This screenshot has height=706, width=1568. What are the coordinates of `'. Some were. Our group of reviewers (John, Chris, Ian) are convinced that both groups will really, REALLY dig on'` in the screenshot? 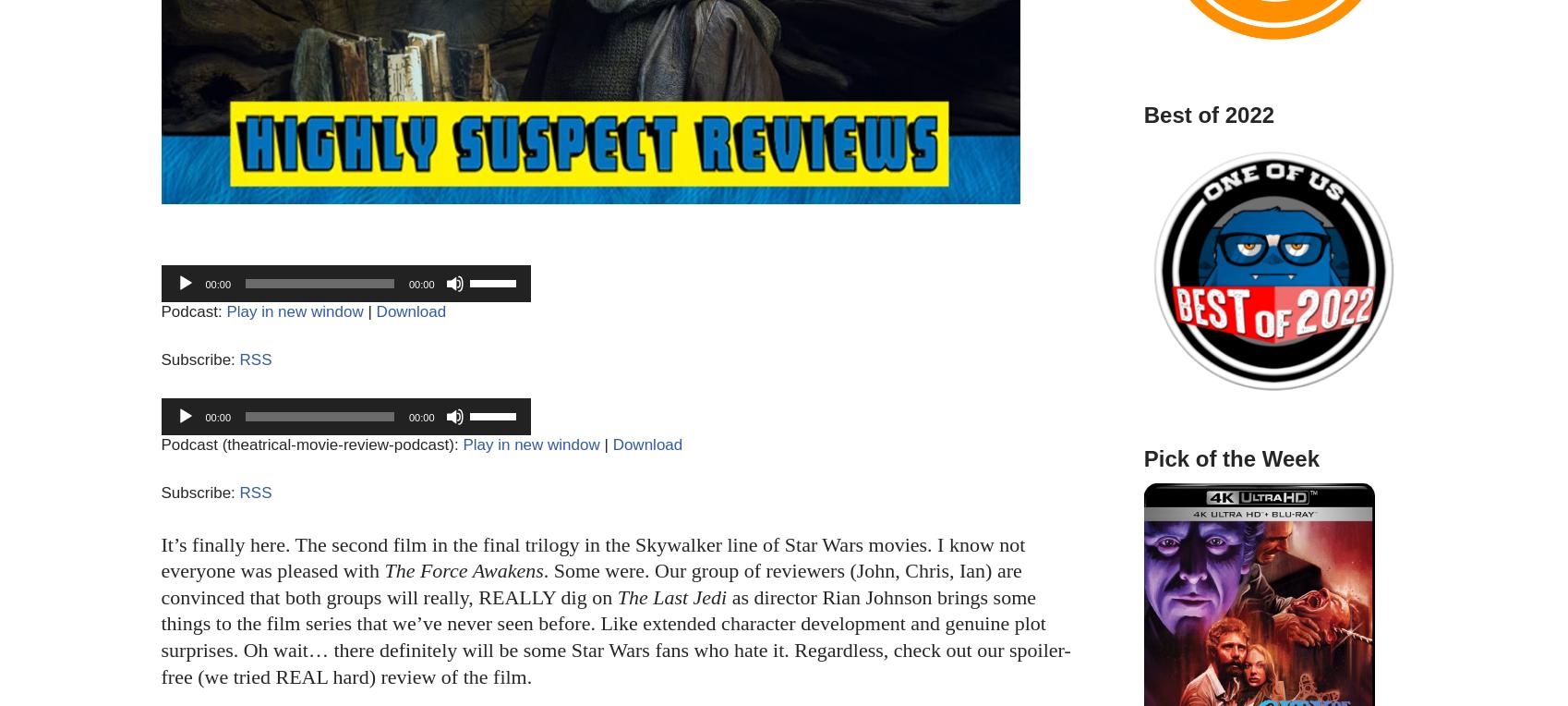 It's located at (589, 583).